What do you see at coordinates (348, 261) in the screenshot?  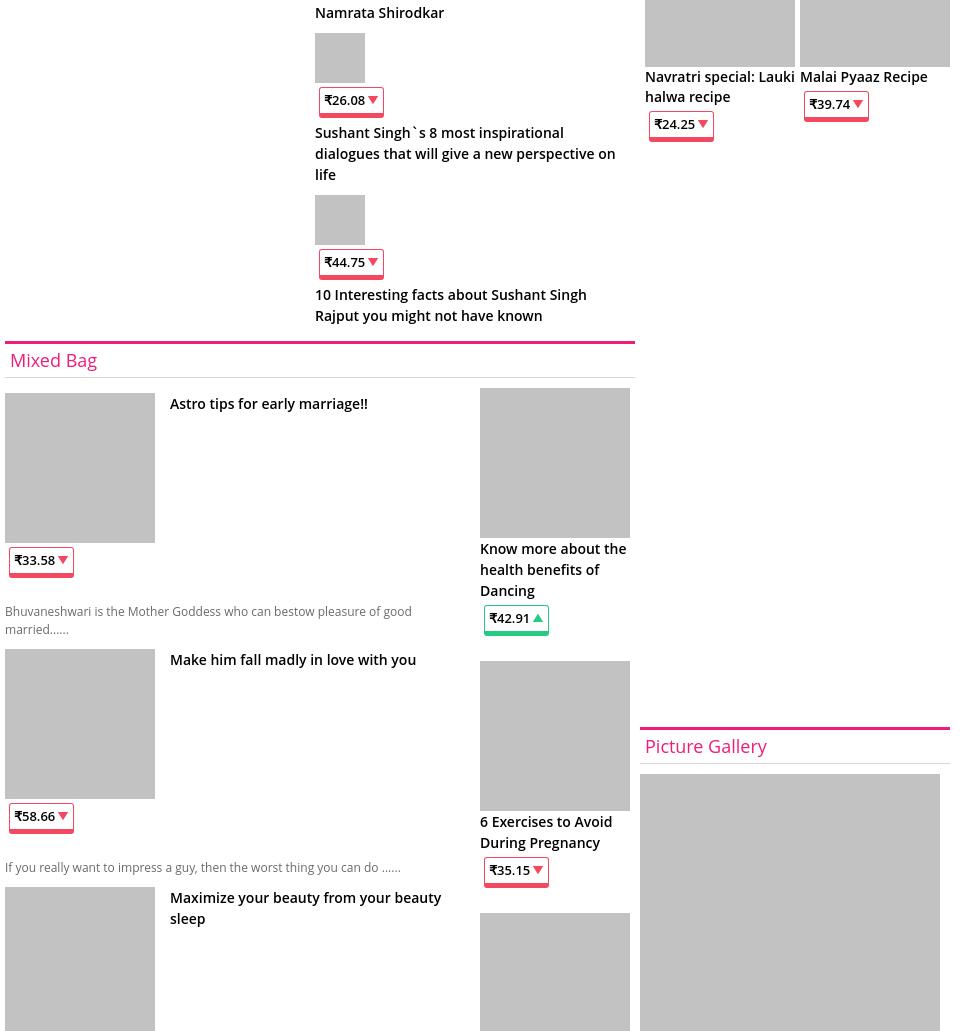 I see `'44.75'` at bounding box center [348, 261].